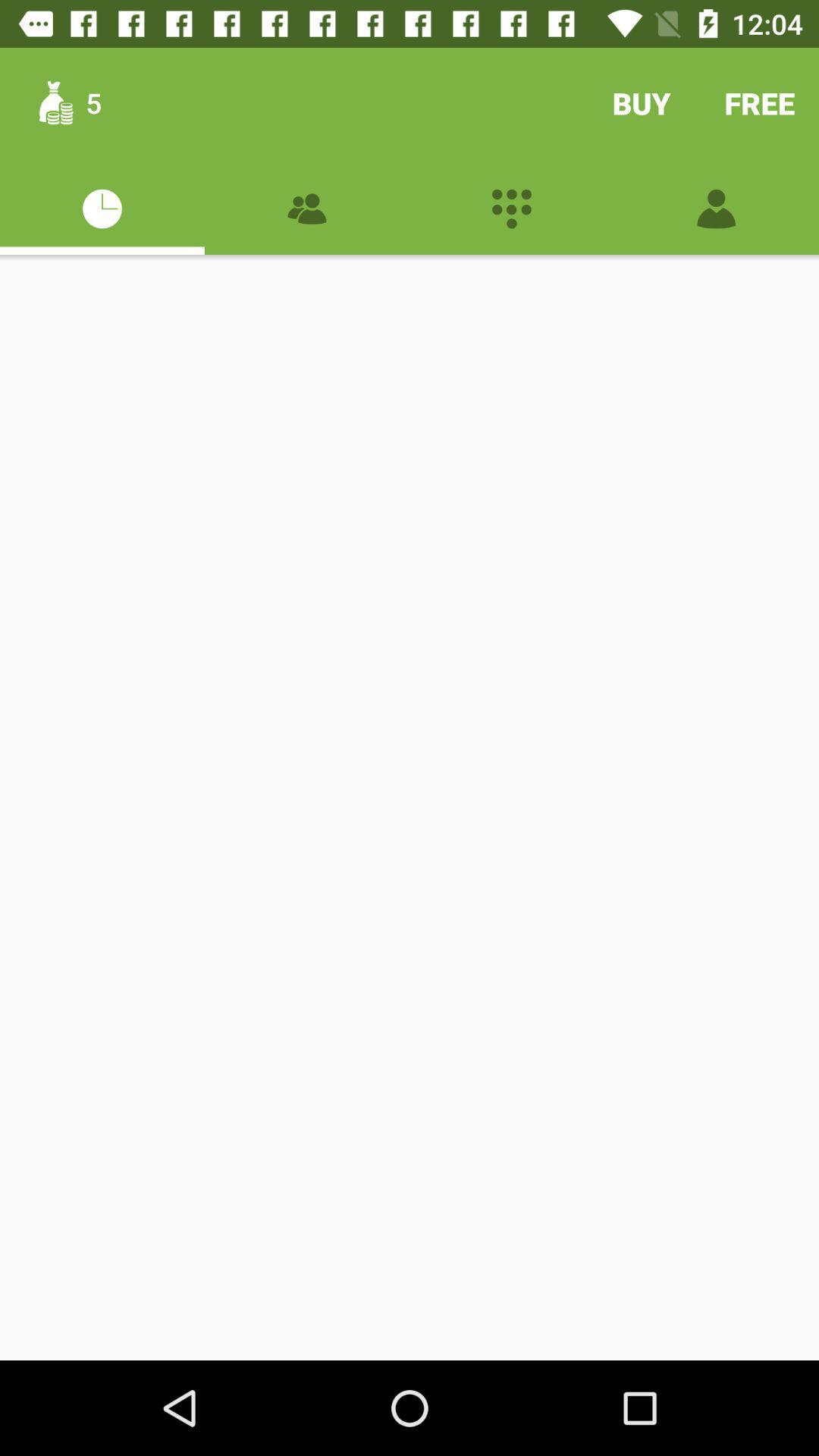  What do you see at coordinates (641, 102) in the screenshot?
I see `the buy` at bounding box center [641, 102].